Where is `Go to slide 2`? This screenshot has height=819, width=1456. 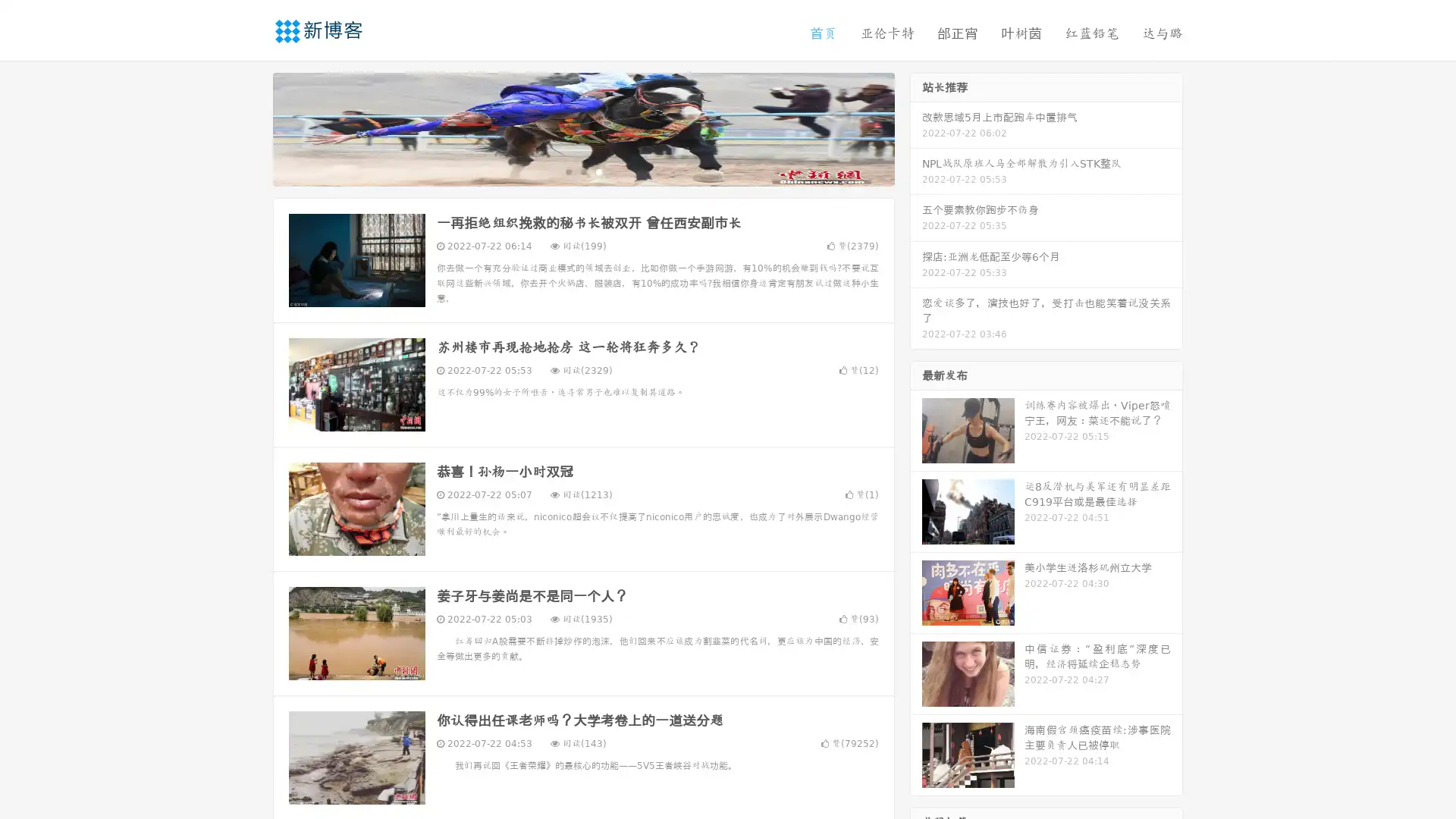
Go to slide 2 is located at coordinates (582, 171).